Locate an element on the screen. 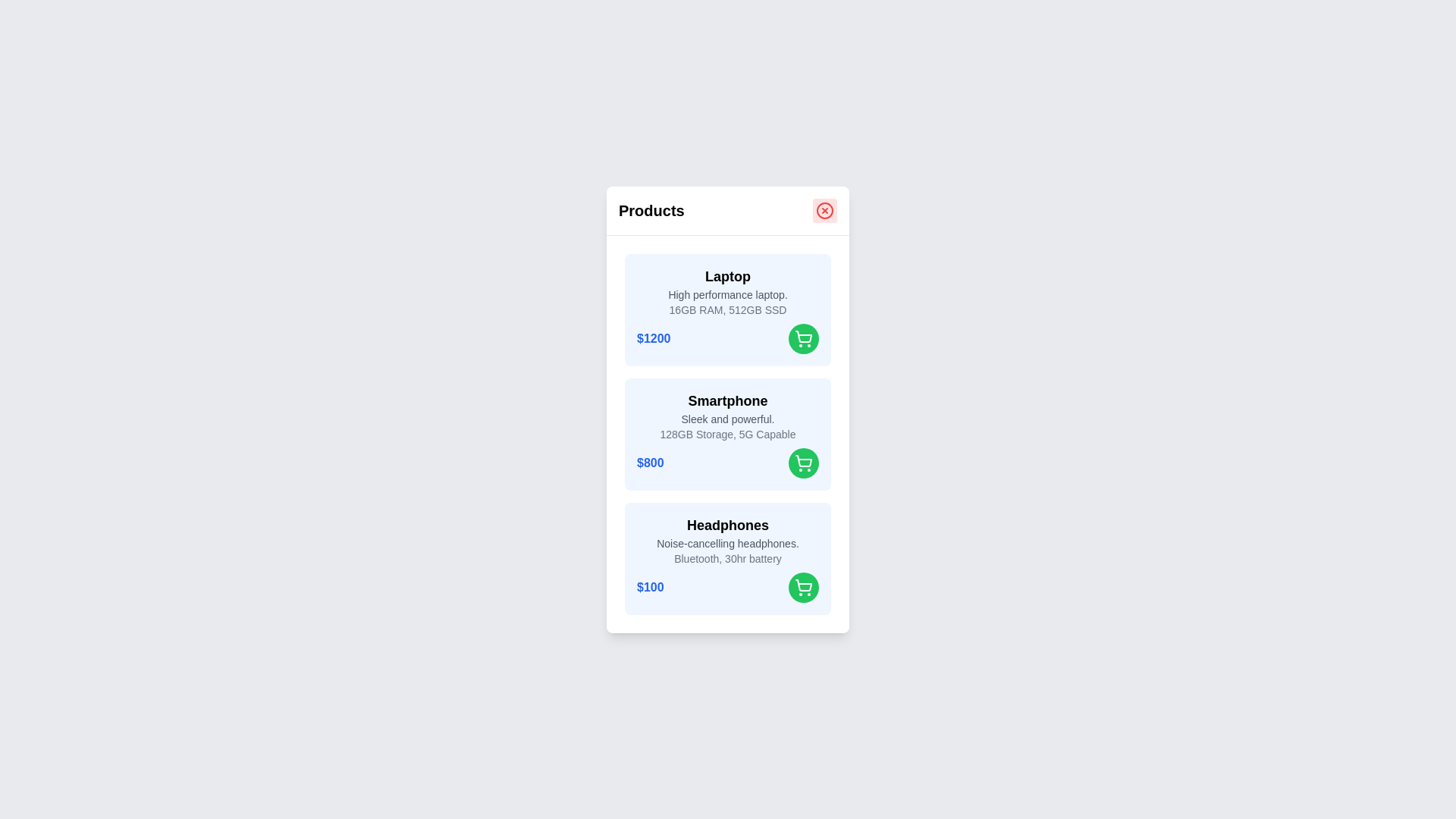  the price of the product Smartphone is located at coordinates (650, 461).